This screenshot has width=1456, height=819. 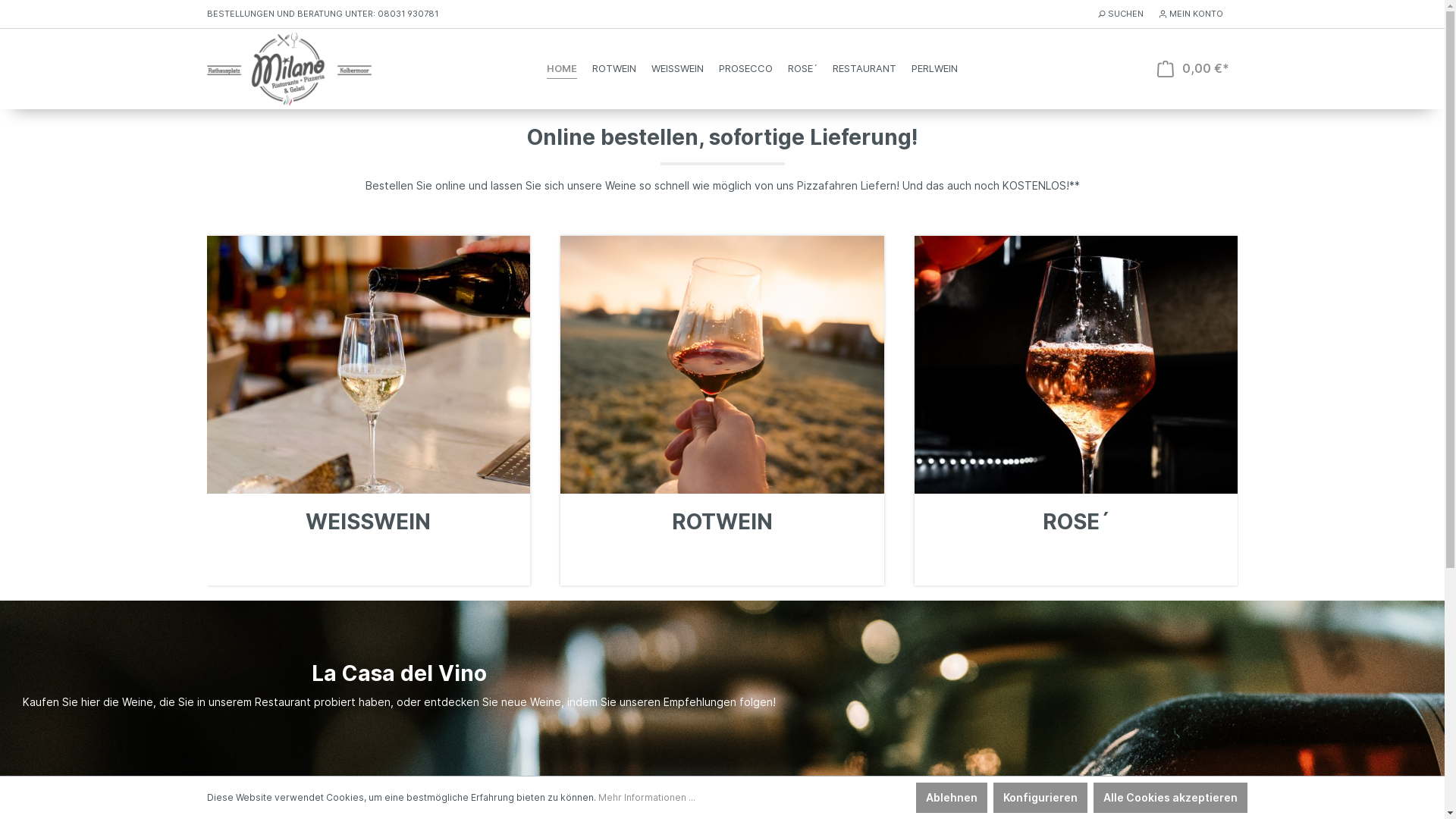 I want to click on 'HOME', so click(x=560, y=69).